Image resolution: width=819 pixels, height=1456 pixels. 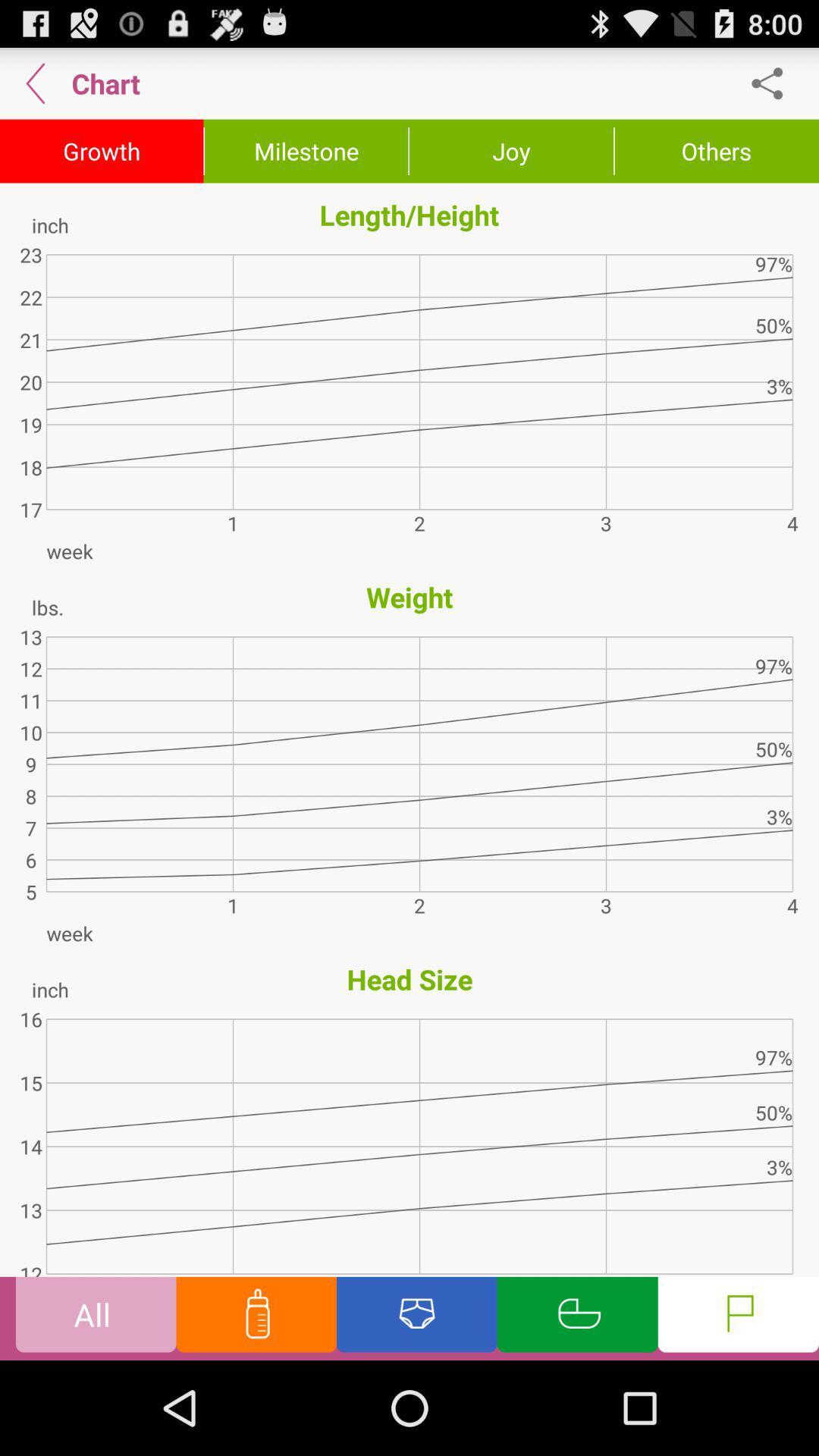 I want to click on all button, so click(x=96, y=1317).